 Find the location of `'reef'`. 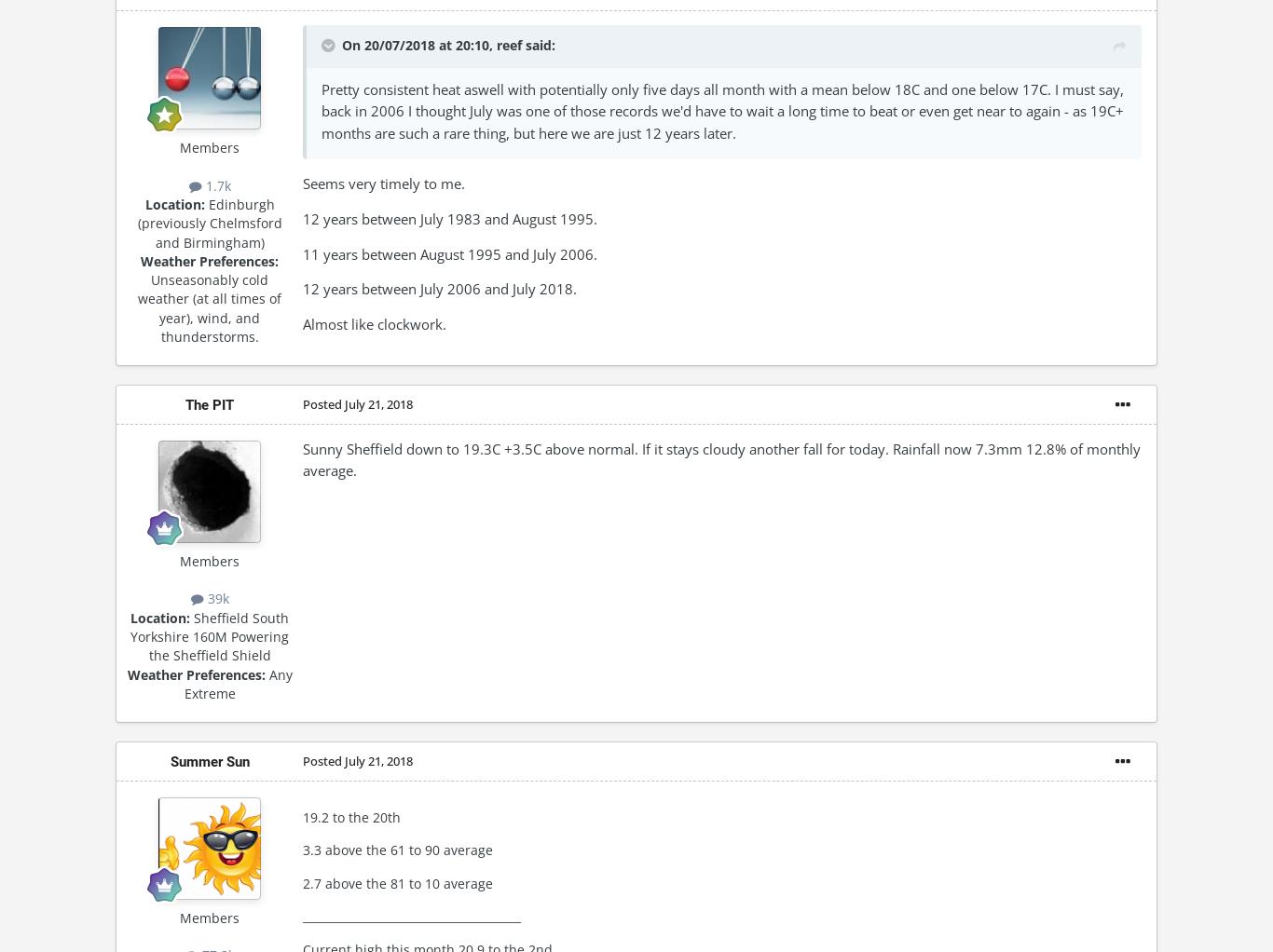

'reef' is located at coordinates (497, 45).